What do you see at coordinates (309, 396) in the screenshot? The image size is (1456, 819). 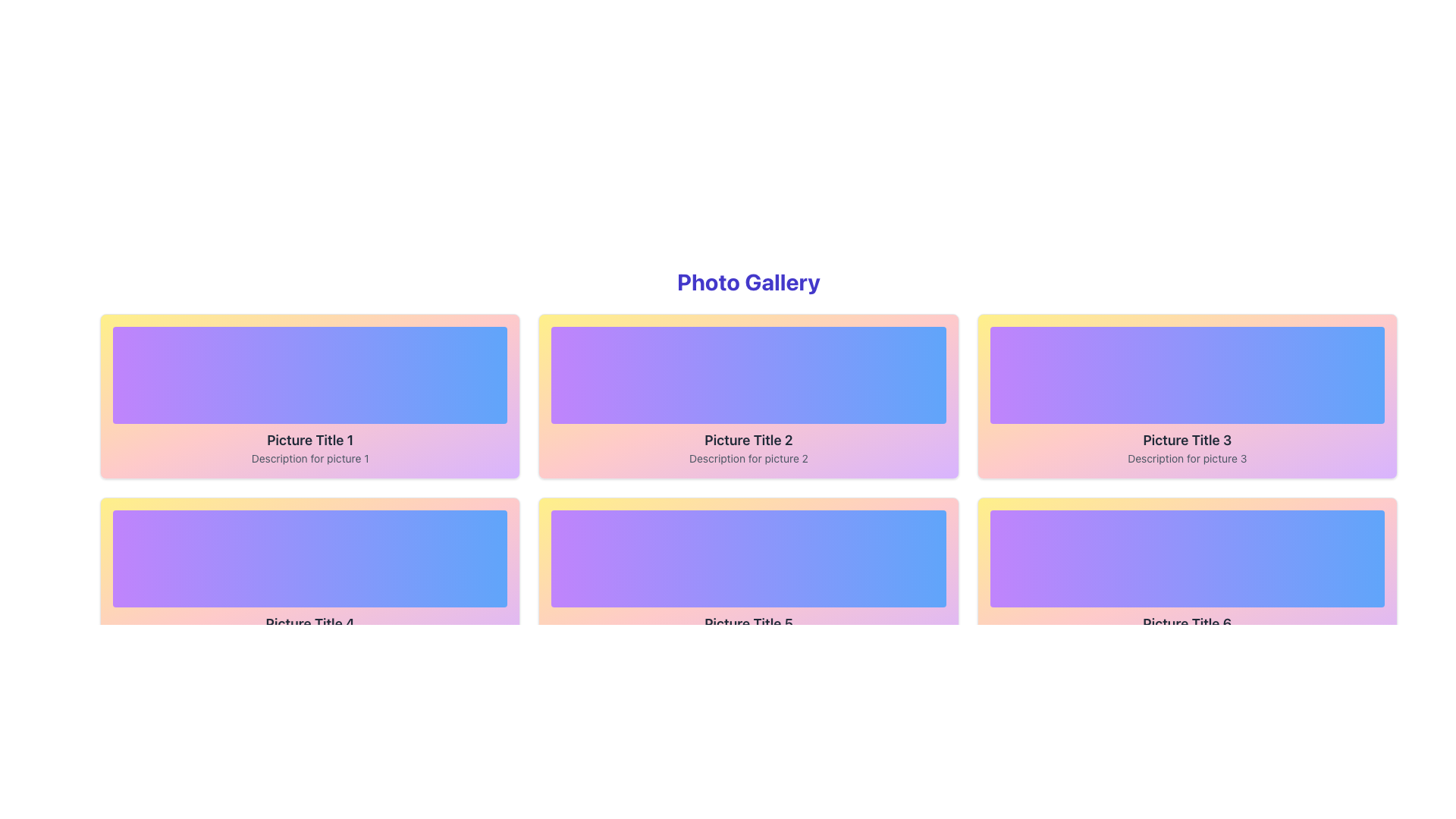 I see `the gallery item card located at the top-left corner of the grid` at bounding box center [309, 396].